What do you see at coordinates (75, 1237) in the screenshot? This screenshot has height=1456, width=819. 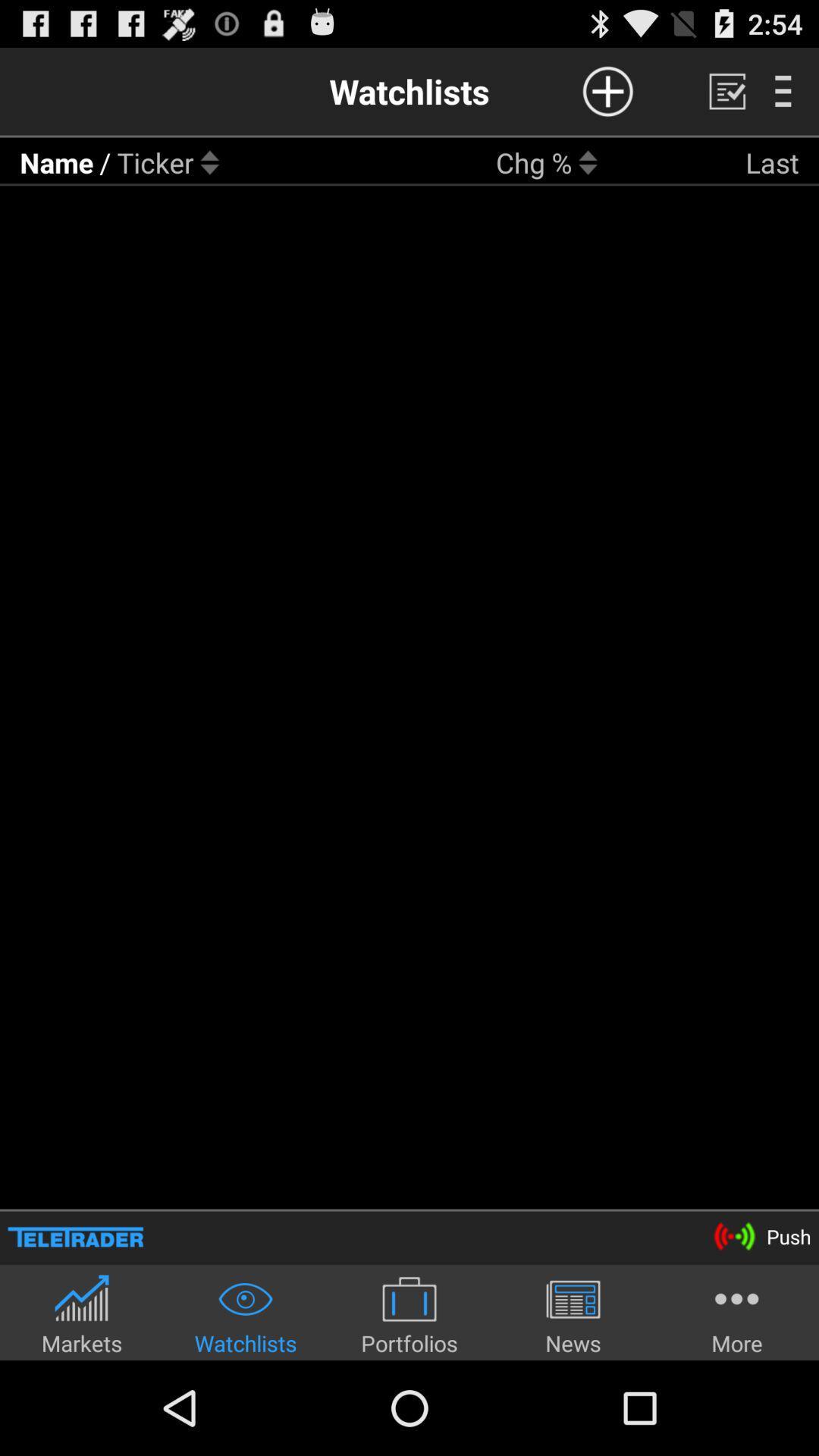 I see `app above markets app` at bounding box center [75, 1237].